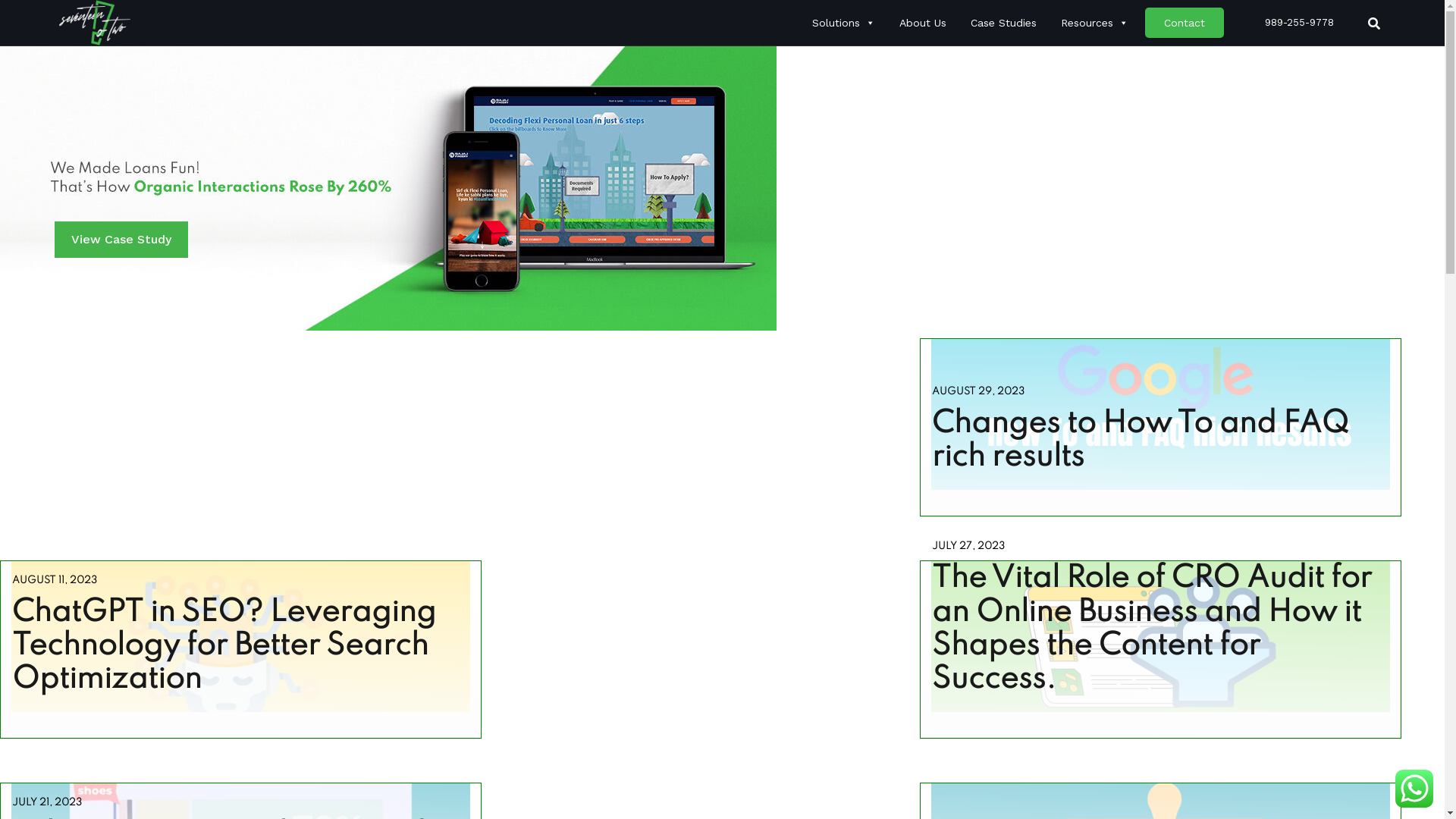 The height and width of the screenshot is (819, 1456). I want to click on 'AUGUST 29, 2023', so click(930, 390).